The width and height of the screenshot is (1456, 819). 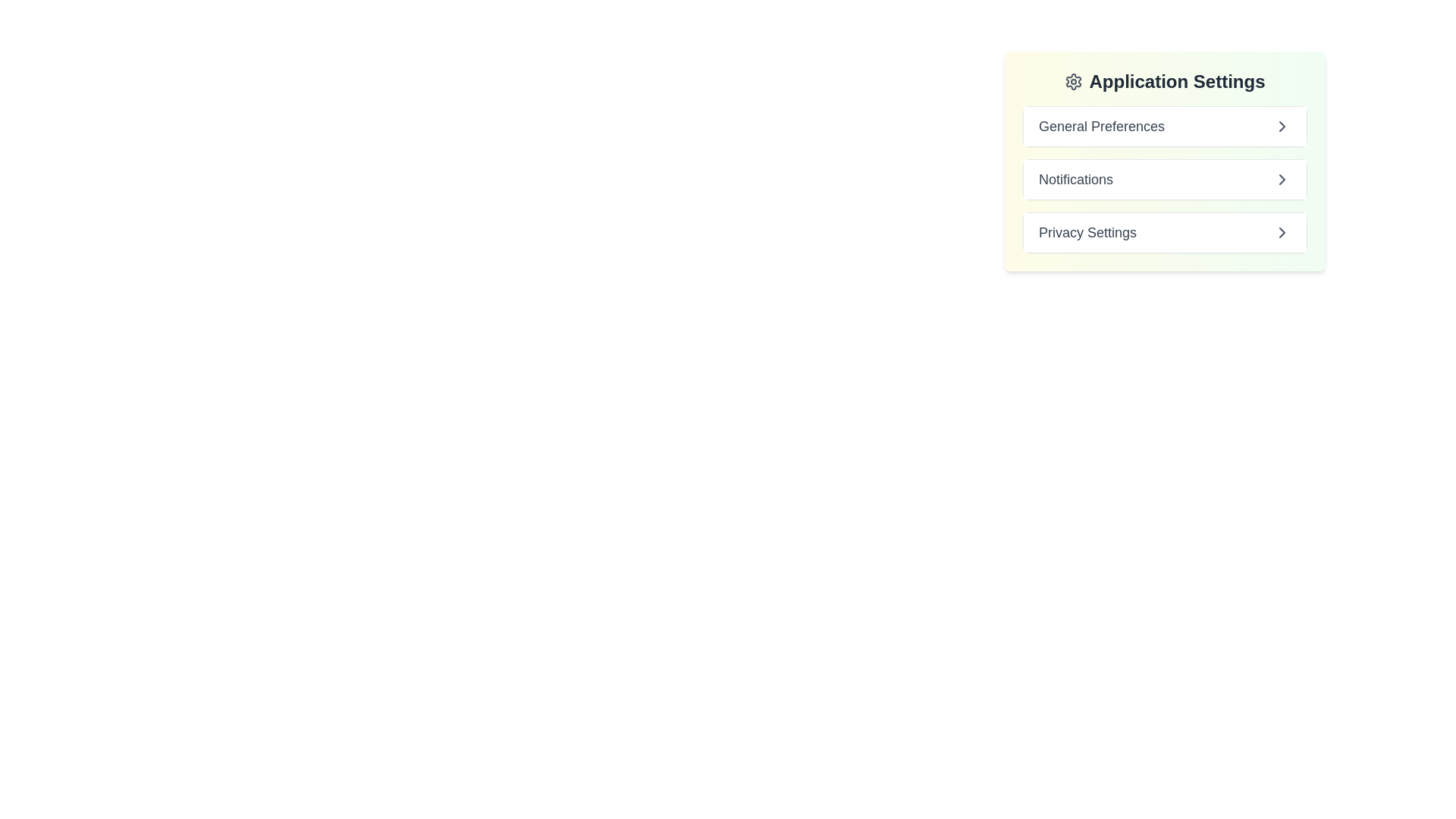 What do you see at coordinates (1164, 178) in the screenshot?
I see `the navigational button located in the middle of the settings card` at bounding box center [1164, 178].